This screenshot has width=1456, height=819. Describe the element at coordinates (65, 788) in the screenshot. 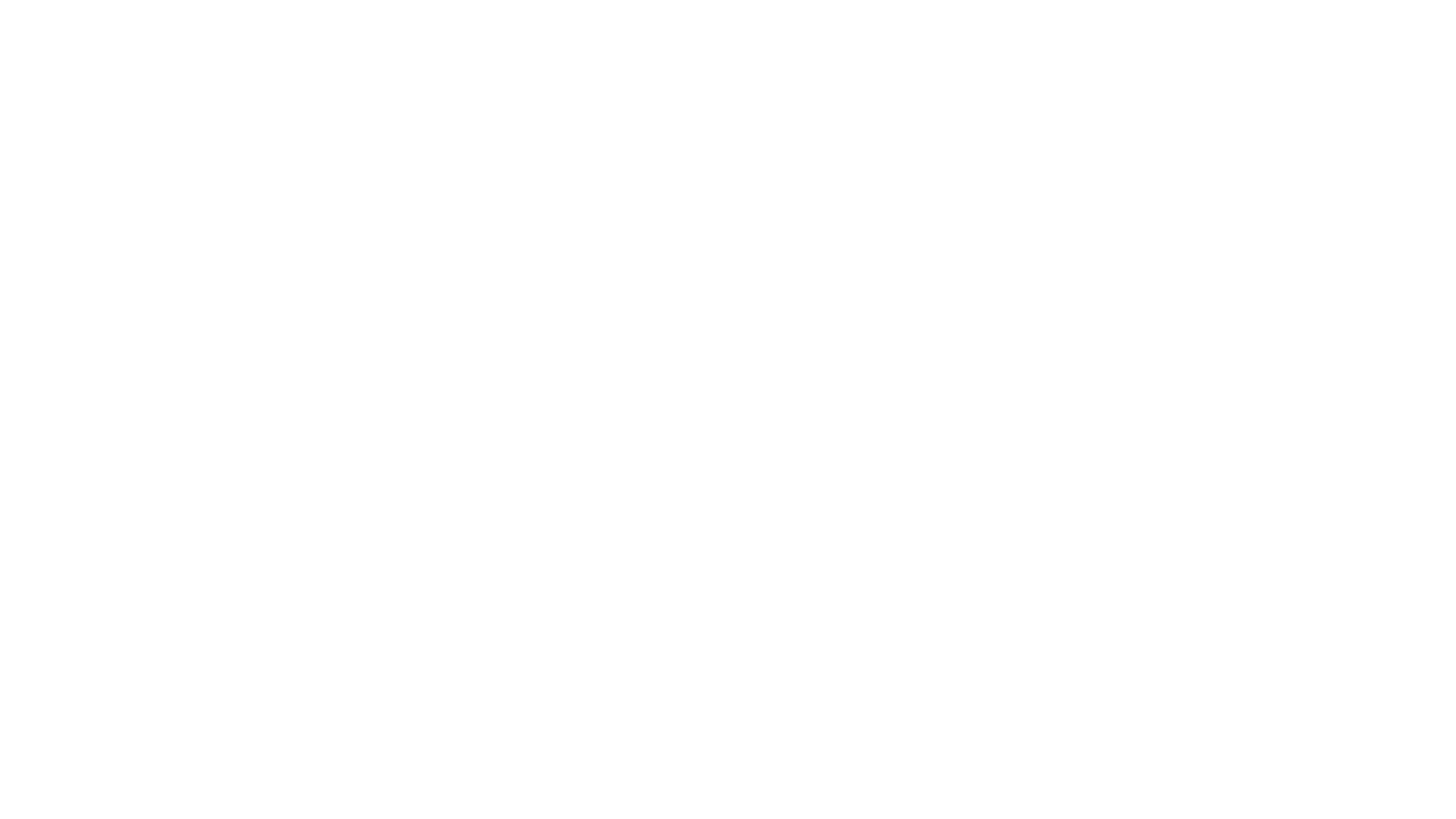

I see `Play` at that location.